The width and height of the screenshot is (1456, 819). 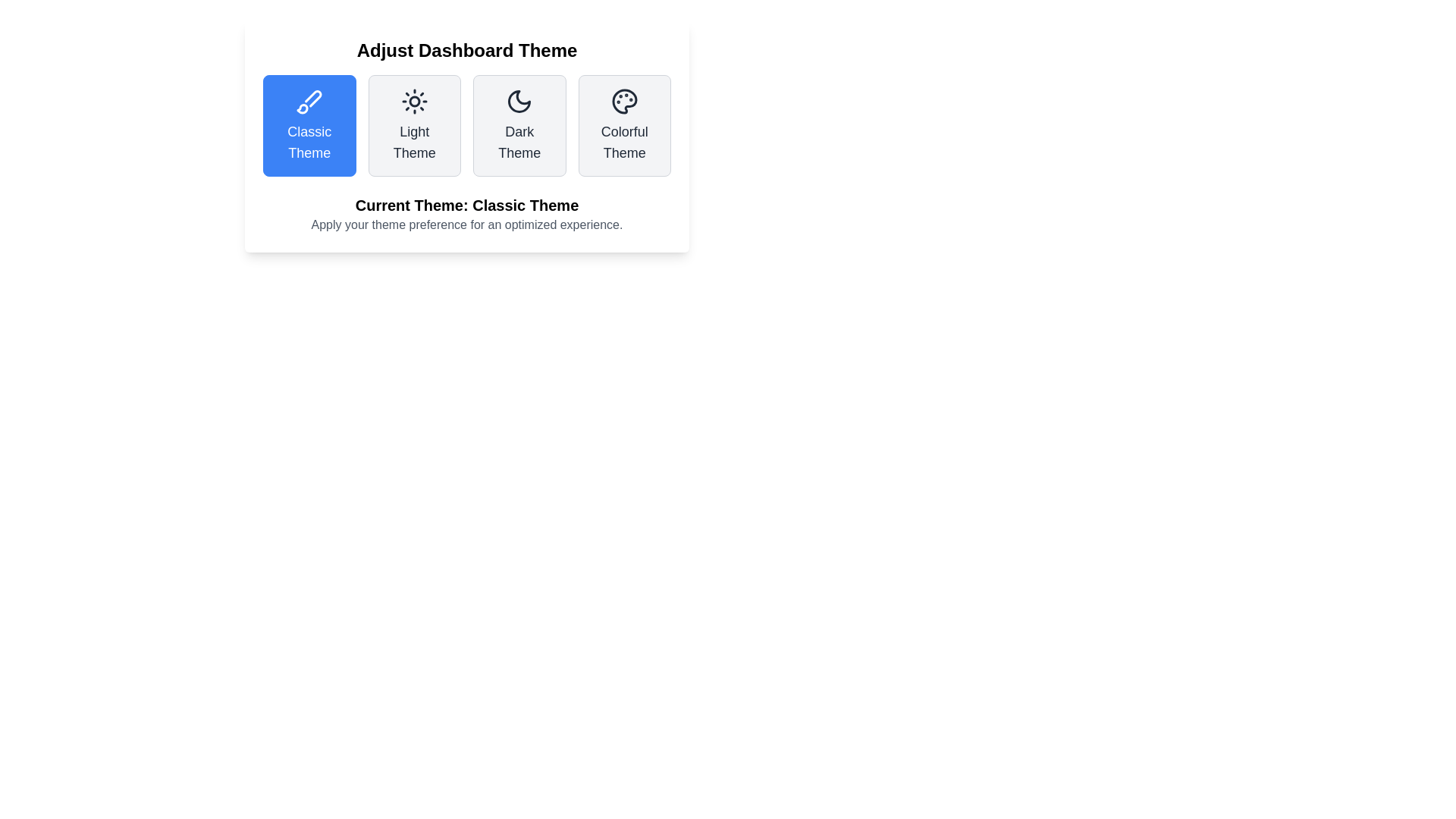 I want to click on the 'Classic Theme' icon, which is the first option in the row of theme choices under the 'Adjust Dashboard Theme' header, so click(x=309, y=102).